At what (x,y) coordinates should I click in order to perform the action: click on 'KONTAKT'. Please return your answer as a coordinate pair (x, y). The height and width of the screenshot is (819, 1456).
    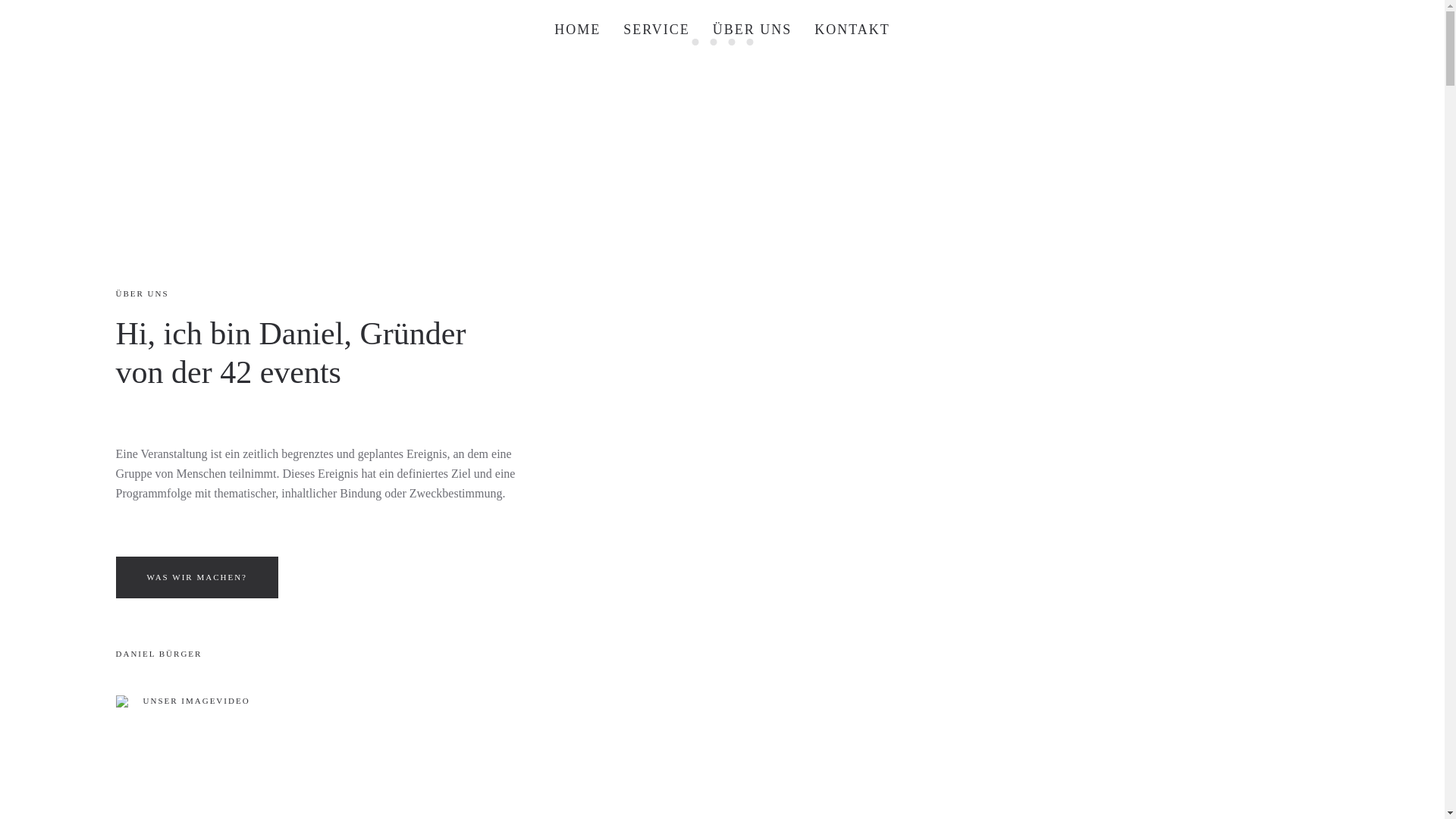
    Looking at the image, I should click on (852, 30).